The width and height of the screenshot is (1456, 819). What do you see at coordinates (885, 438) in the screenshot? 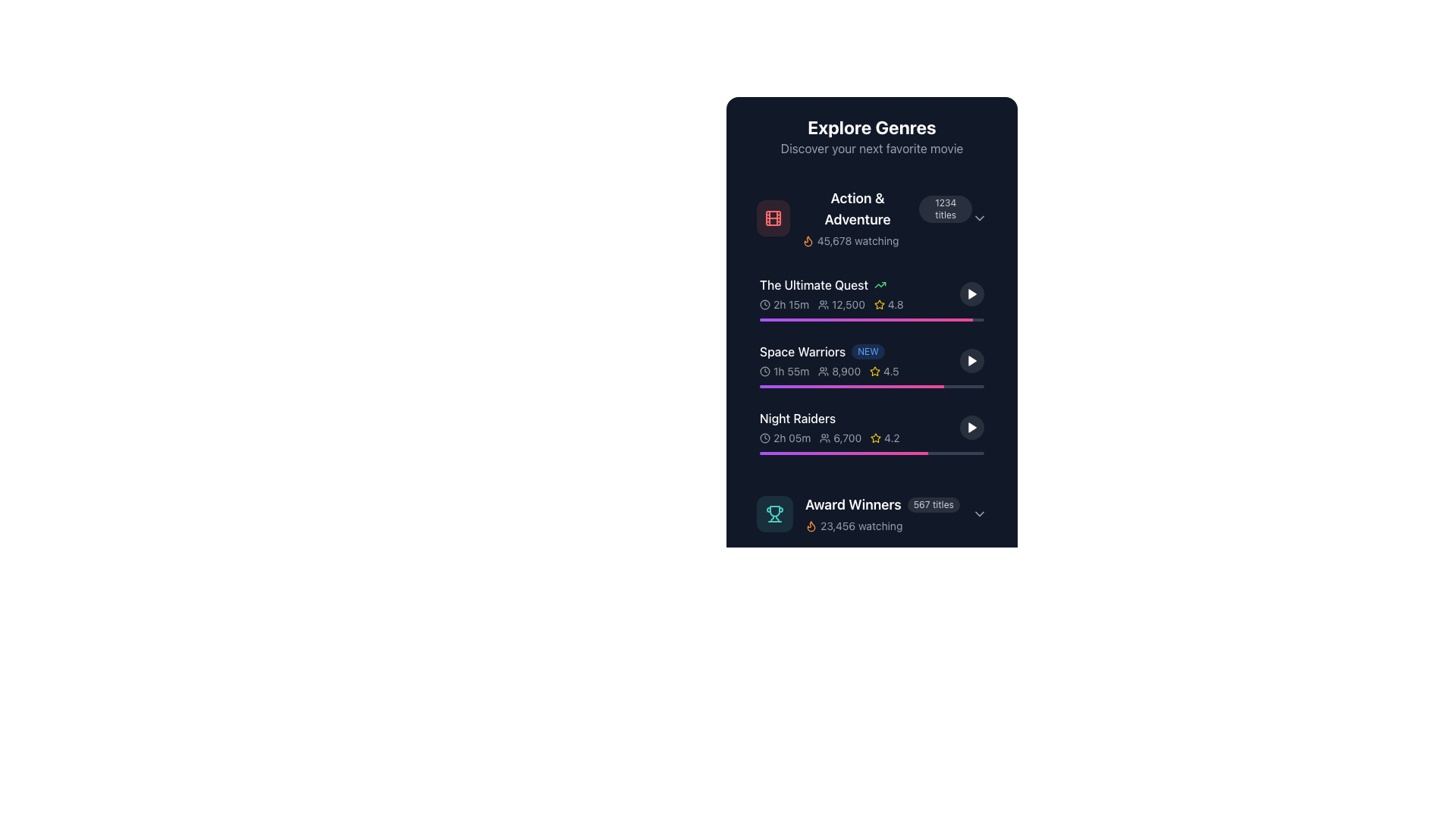
I see `the Rating display for the 'Night Raiders' movie, which shows the star icon and numeric rating value, located to the right of the 'Award Winners' section` at bounding box center [885, 438].